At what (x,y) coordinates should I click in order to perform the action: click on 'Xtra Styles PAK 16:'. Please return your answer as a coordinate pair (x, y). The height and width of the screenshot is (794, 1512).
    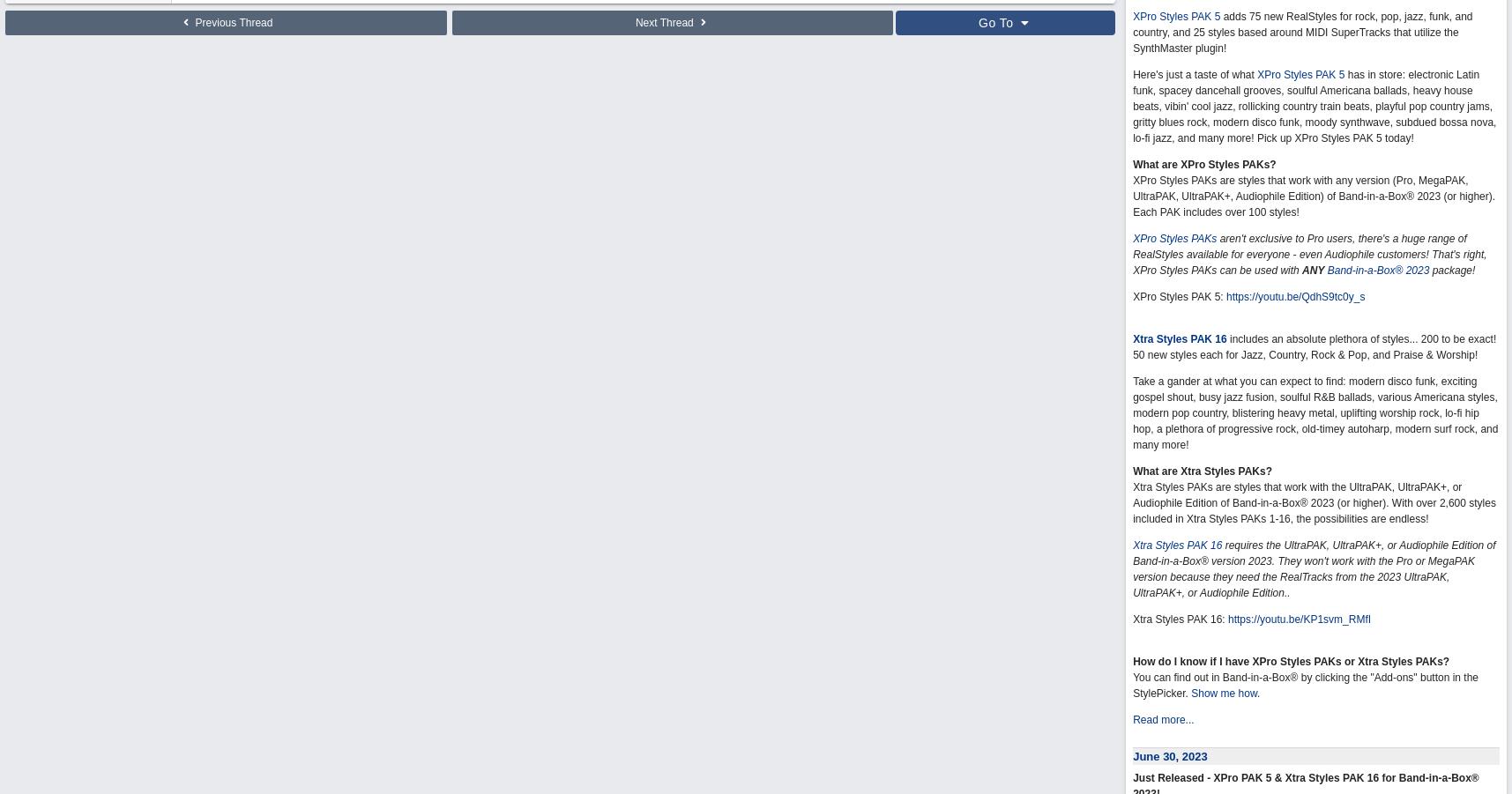
    Looking at the image, I should click on (1132, 618).